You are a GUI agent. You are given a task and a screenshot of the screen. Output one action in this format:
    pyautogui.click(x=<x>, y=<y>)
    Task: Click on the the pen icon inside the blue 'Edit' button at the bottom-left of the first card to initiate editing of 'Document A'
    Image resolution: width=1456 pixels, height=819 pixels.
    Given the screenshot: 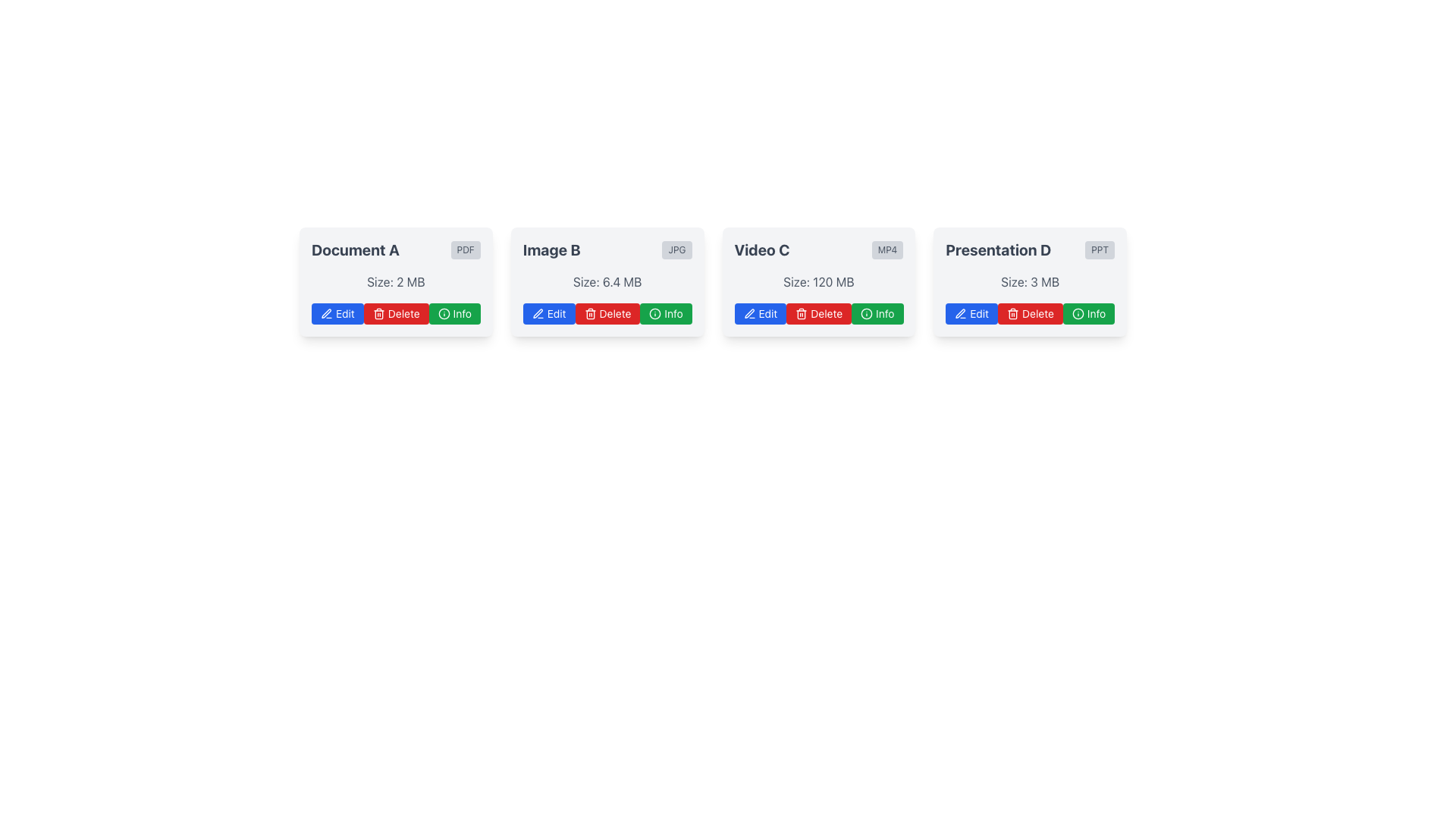 What is the action you would take?
    pyautogui.click(x=326, y=312)
    